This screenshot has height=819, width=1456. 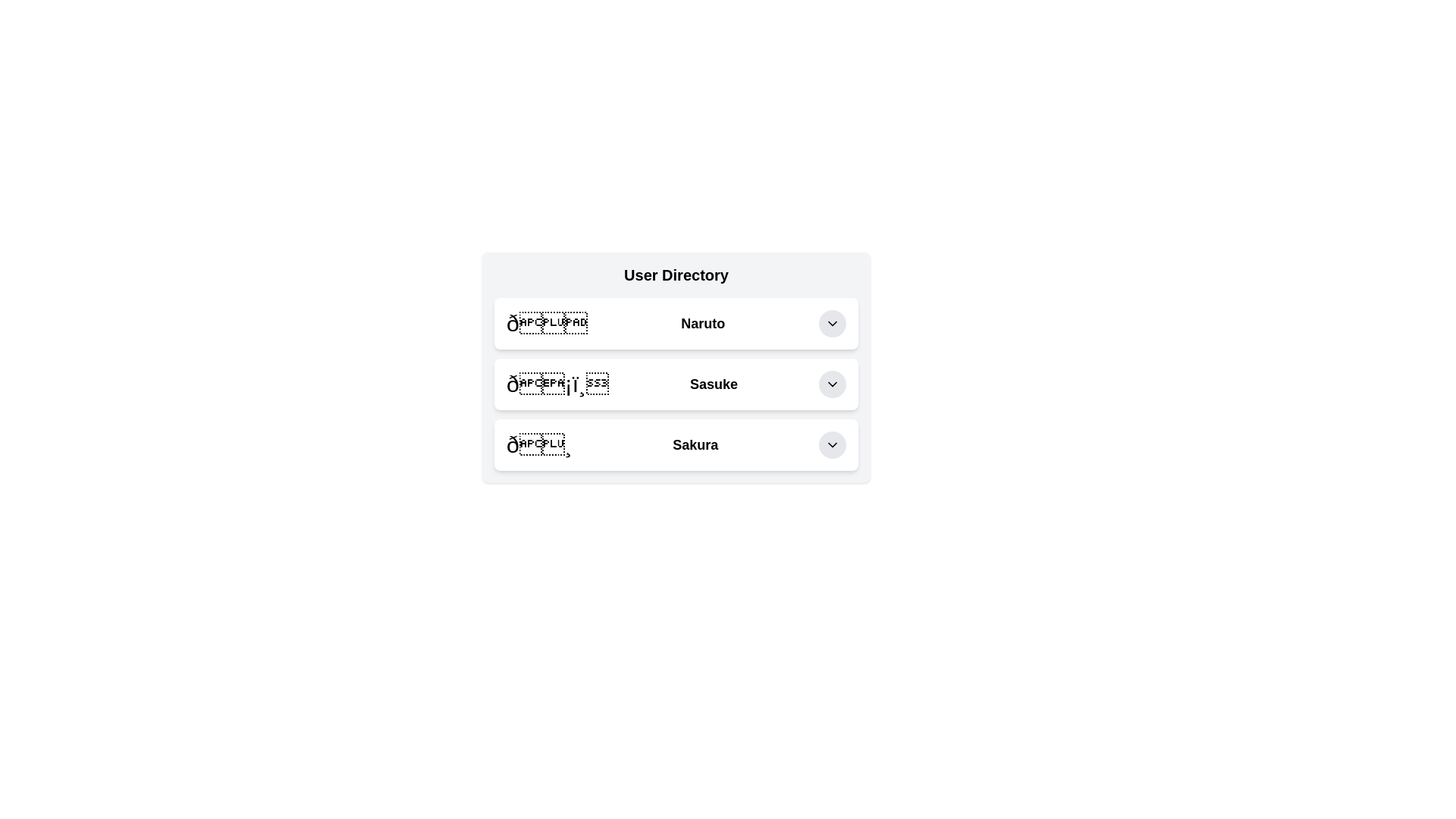 I want to click on the static text display element showing the name 'Sasuke' in bold style, located in the second row of the 'User Directory' interface, so click(x=713, y=383).